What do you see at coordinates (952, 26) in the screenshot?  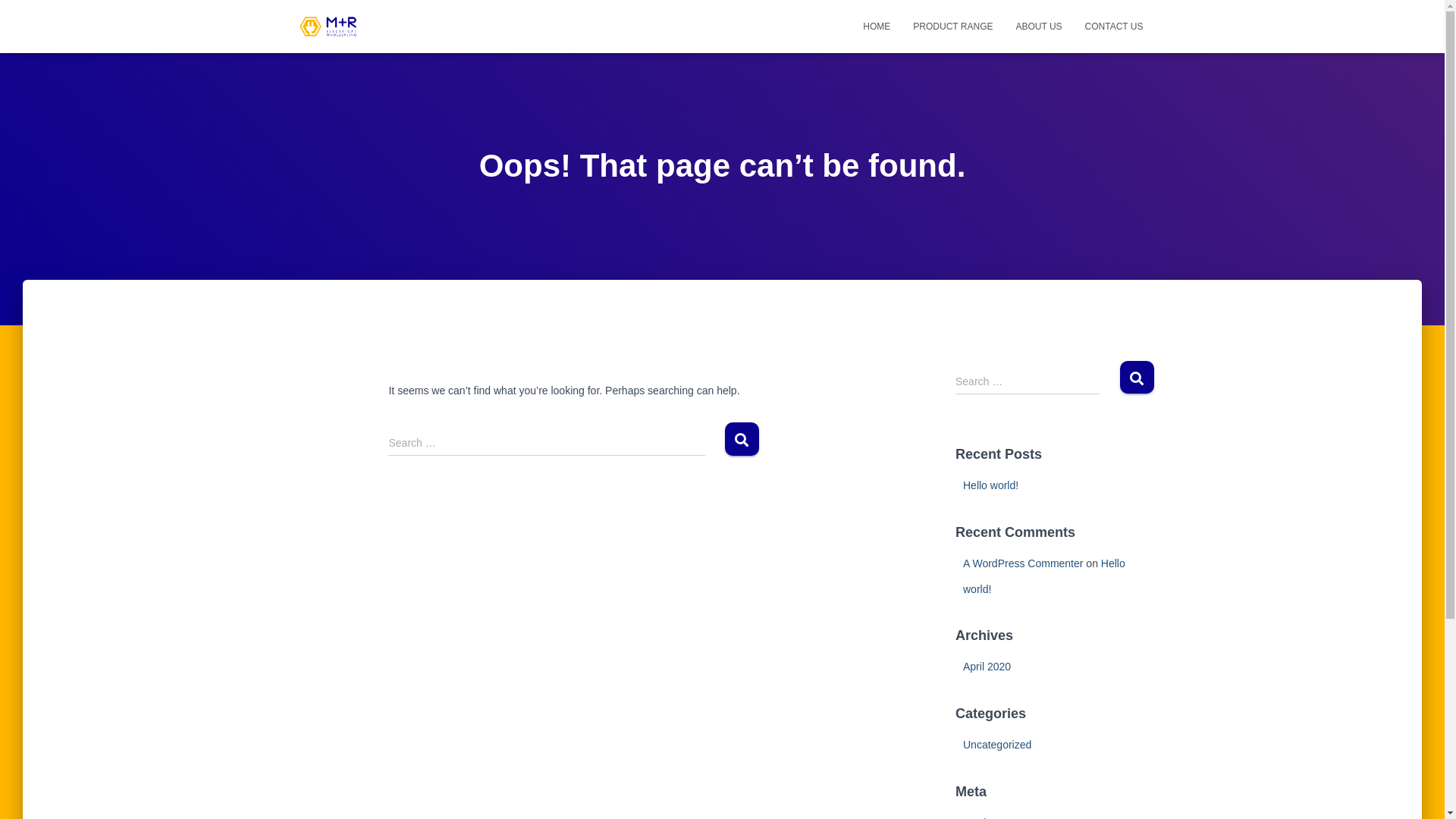 I see `'PRODUCT RANGE'` at bounding box center [952, 26].